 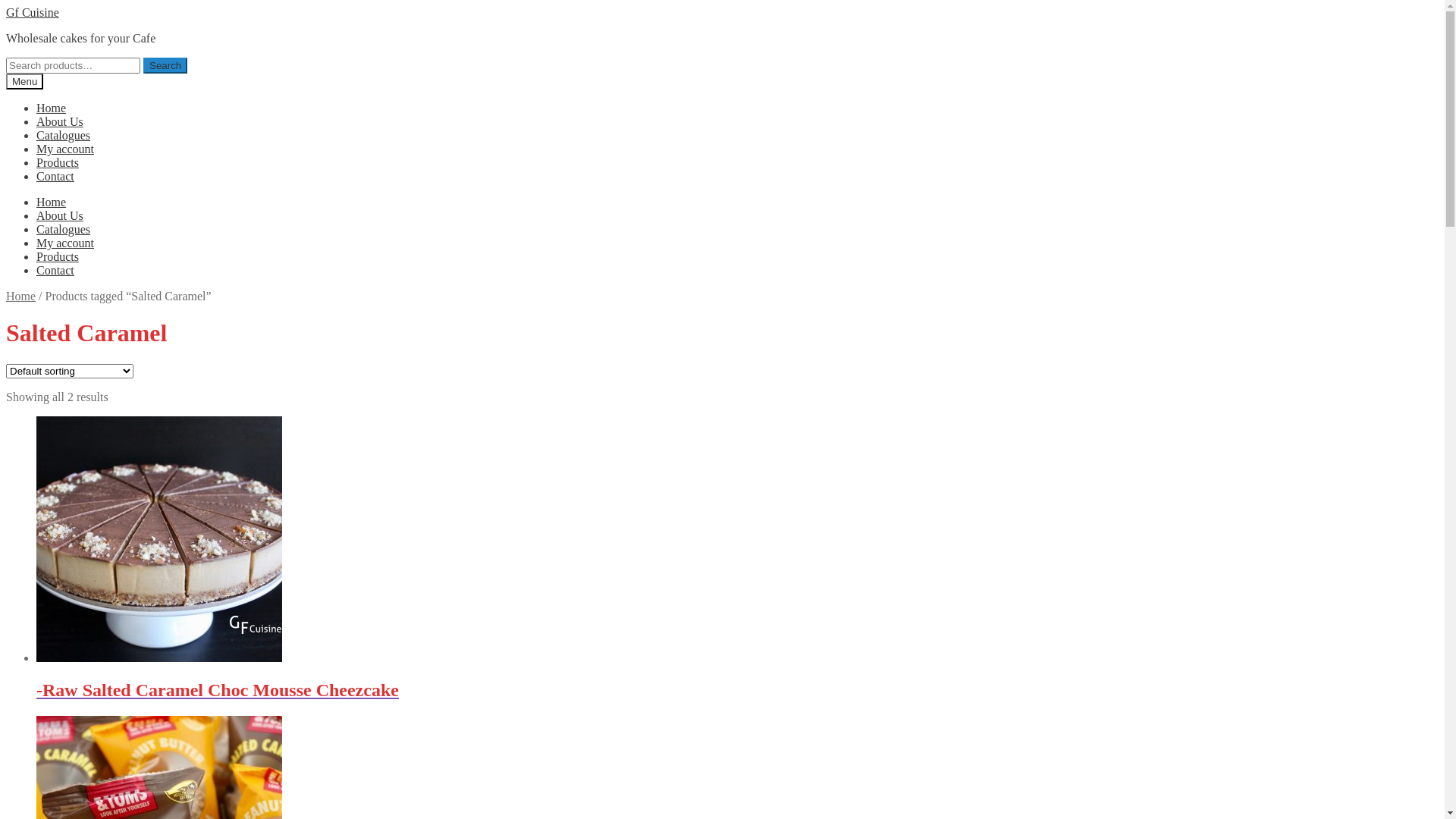 I want to click on 'Contact', so click(x=55, y=269).